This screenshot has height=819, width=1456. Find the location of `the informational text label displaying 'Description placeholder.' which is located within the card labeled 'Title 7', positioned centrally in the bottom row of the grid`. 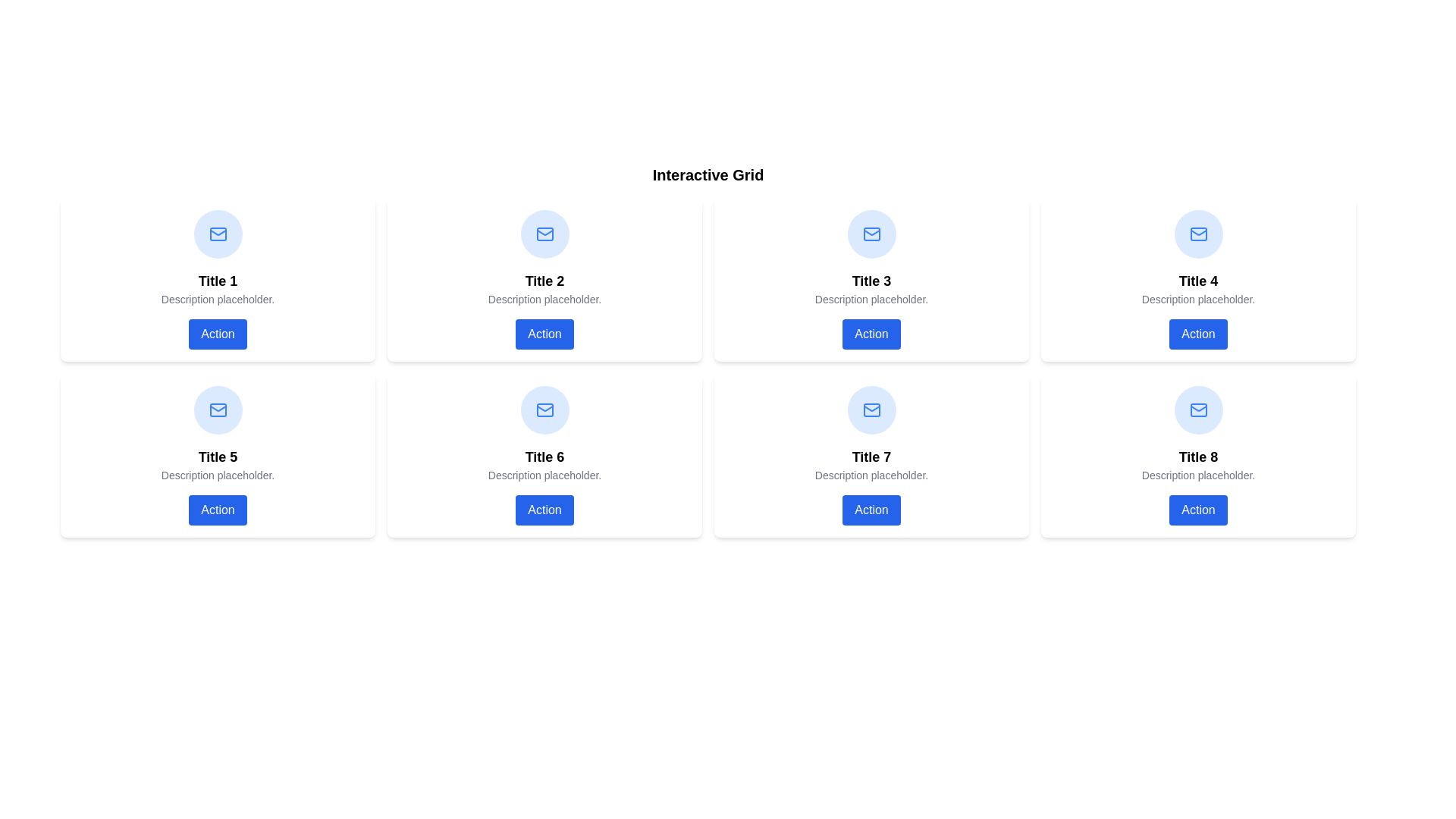

the informational text label displaying 'Description placeholder.' which is located within the card labeled 'Title 7', positioned centrally in the bottom row of the grid is located at coordinates (871, 475).